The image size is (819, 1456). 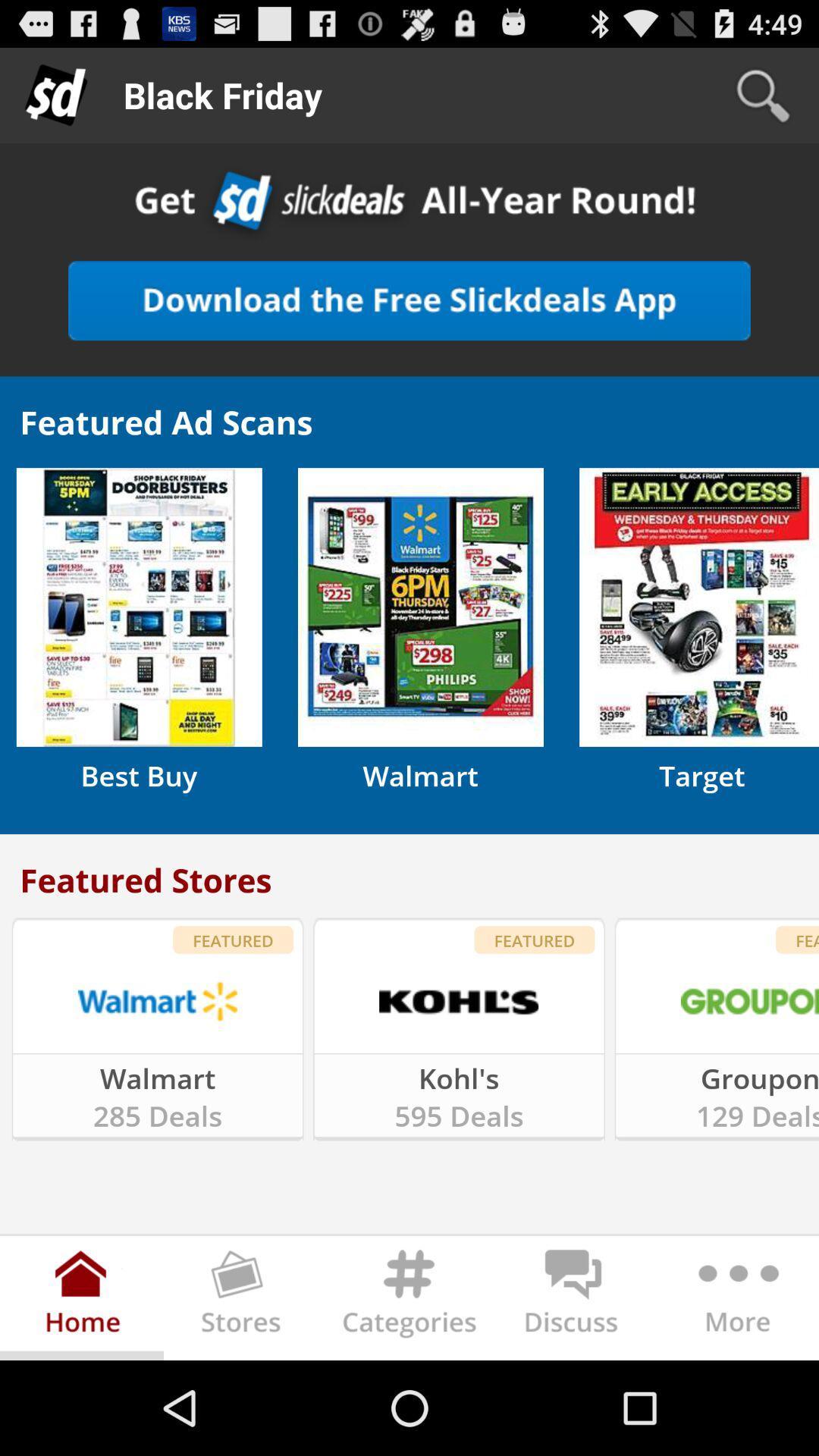 I want to click on favorite, so click(x=409, y=300).